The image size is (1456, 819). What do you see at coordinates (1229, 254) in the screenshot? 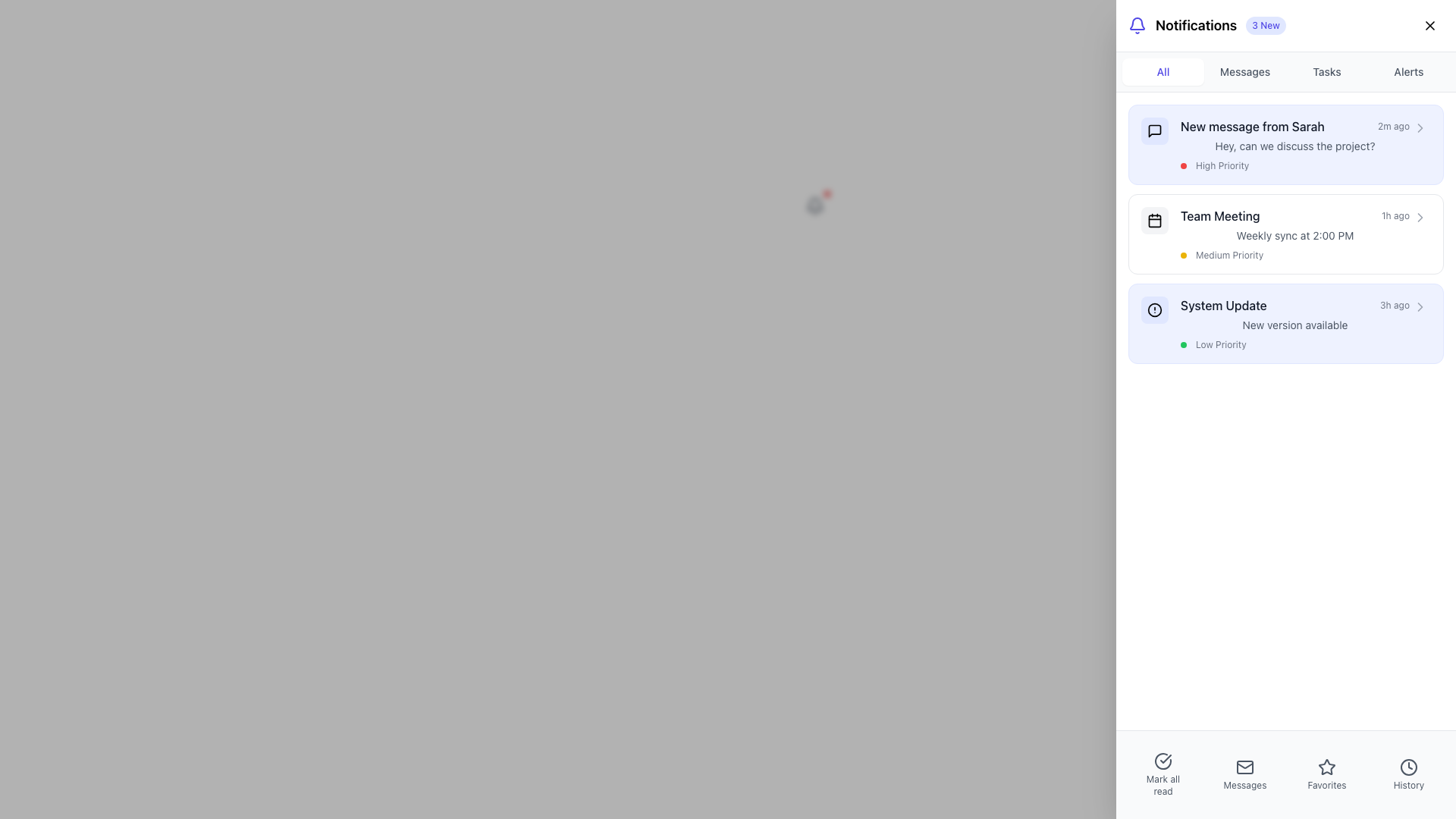
I see `the 'Medium Priority' static text label located in the second notification card of the 'Team Meeting' notification panel to assess its importance` at bounding box center [1229, 254].